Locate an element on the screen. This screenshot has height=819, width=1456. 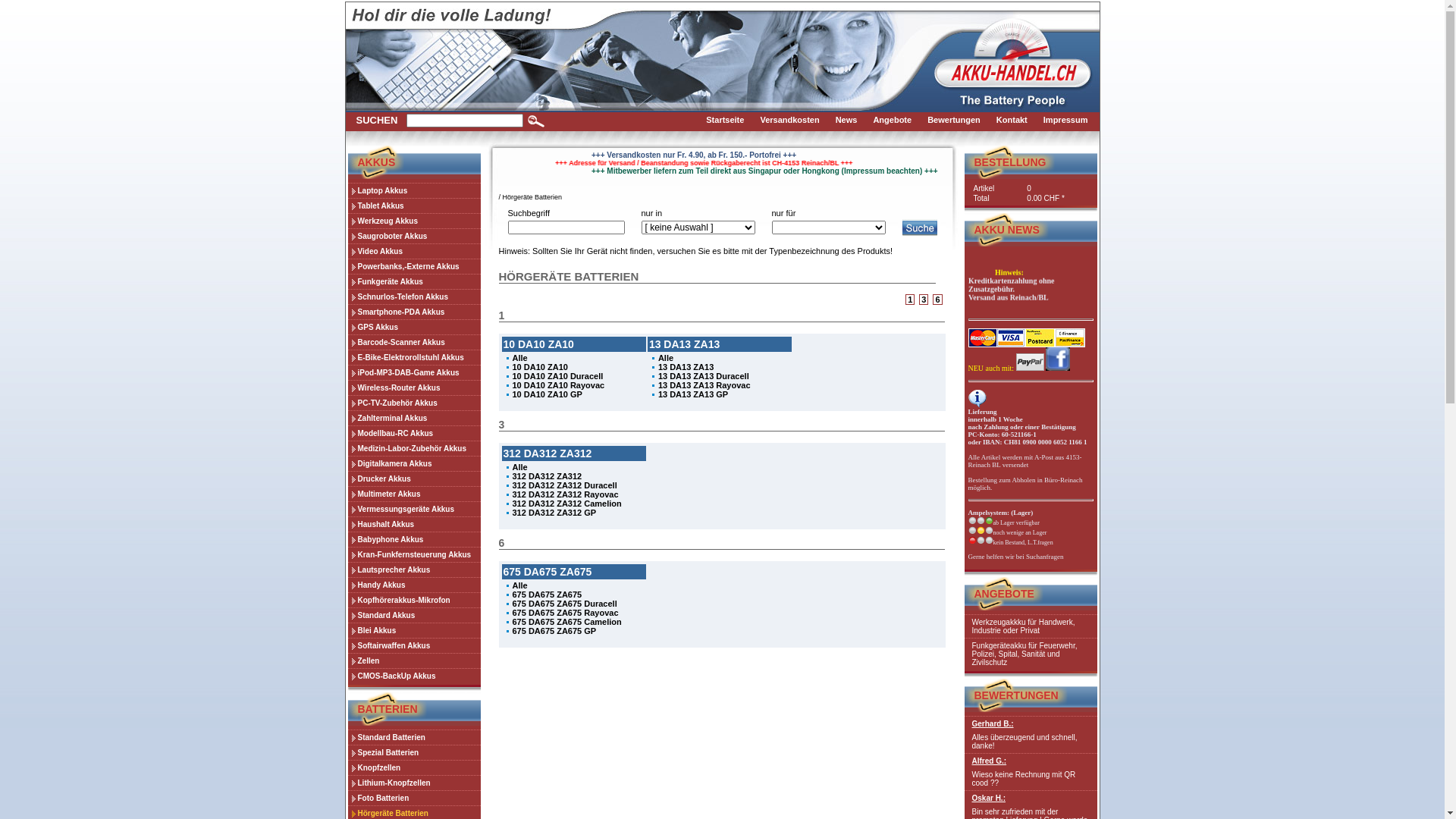
'675 DA675 ZA675 Camelion' is located at coordinates (566, 622).